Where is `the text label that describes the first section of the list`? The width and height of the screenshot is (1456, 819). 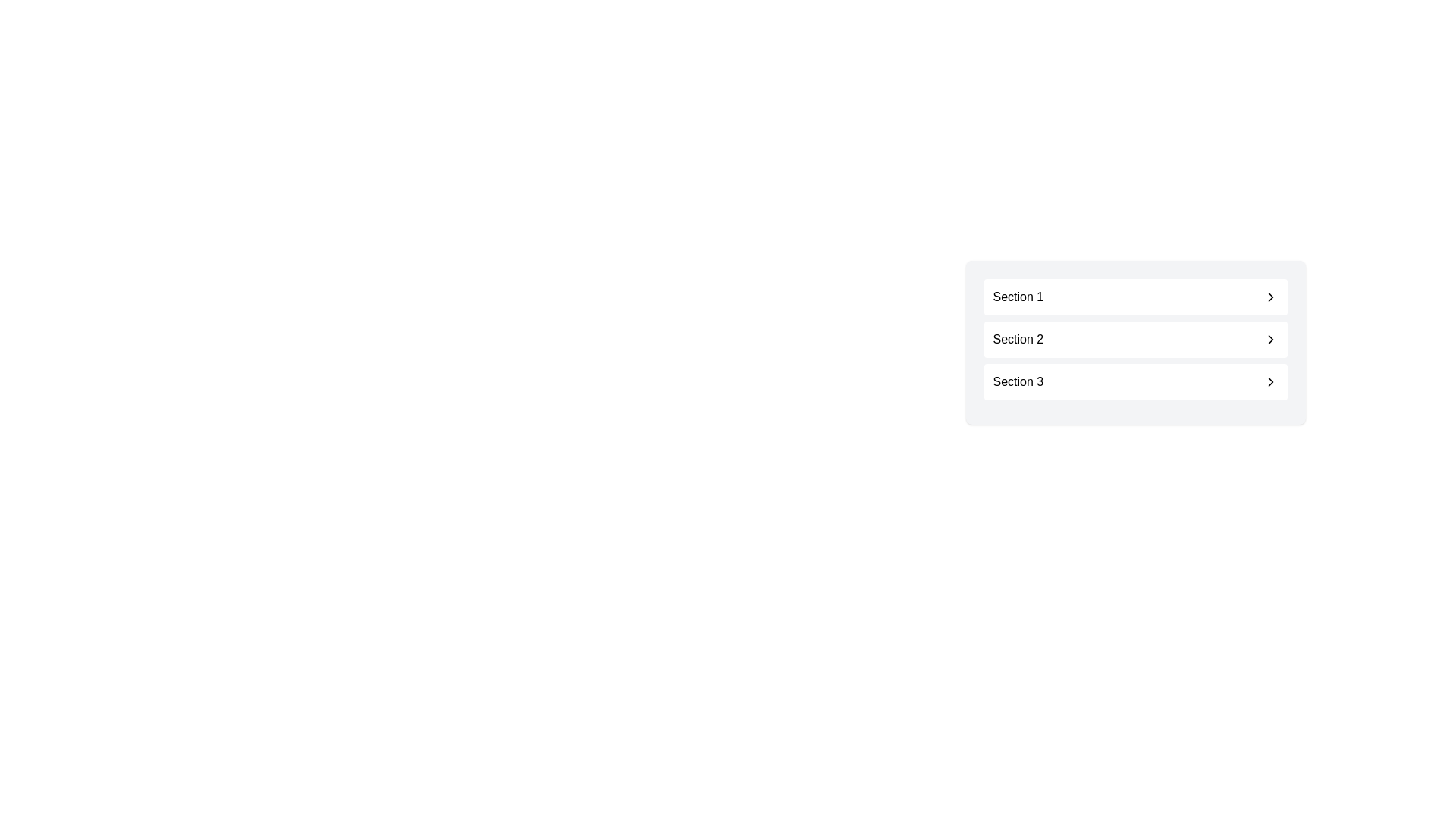
the text label that describes the first section of the list is located at coordinates (1018, 297).